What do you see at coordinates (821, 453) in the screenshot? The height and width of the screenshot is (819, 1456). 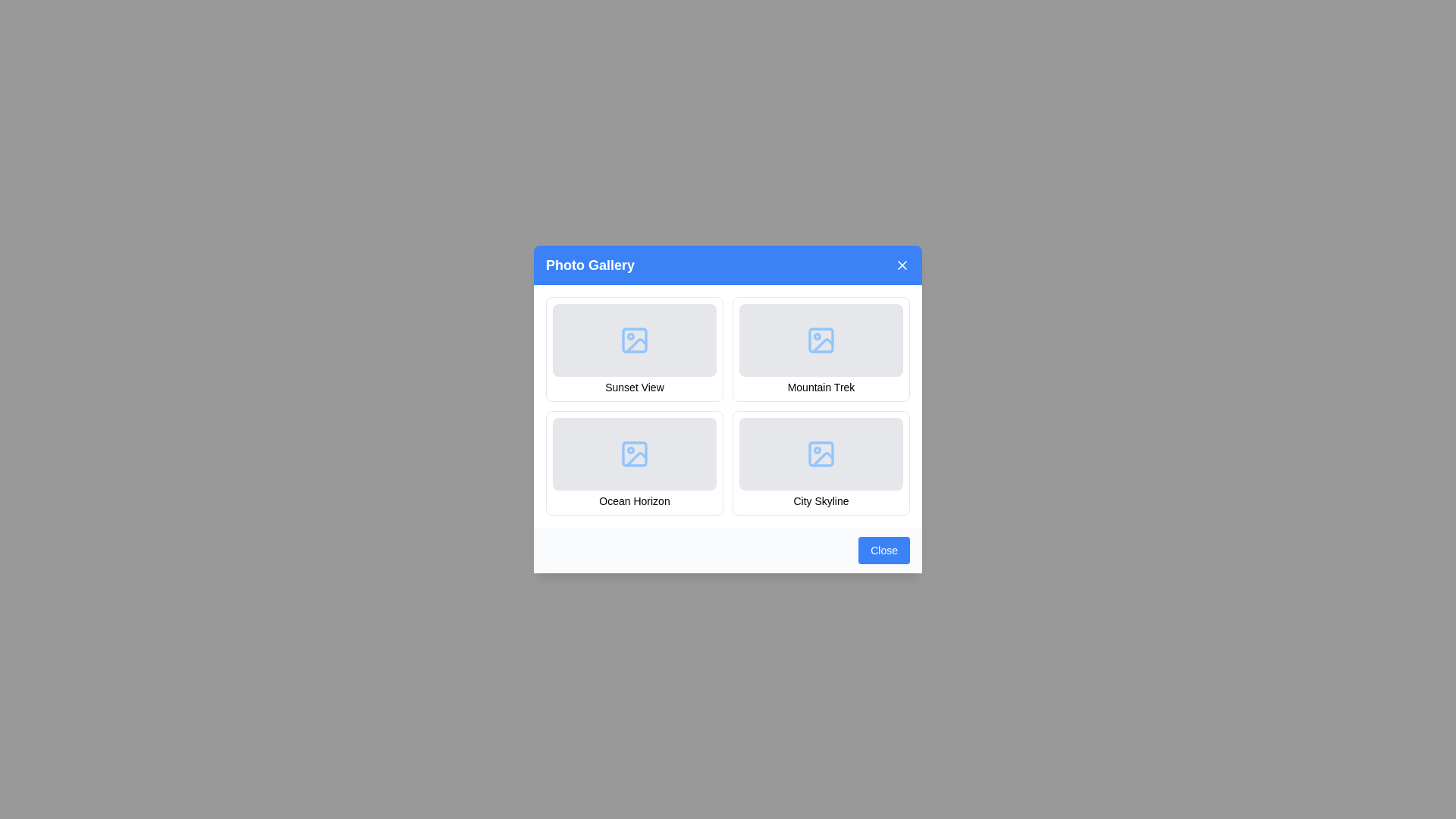 I see `the Image placeholder with a light gray background, rounded corners, and a centered blue icon resembling an image frame, located in the bottom-right cell of the grid in the 'Photo Gallery' dialog box` at bounding box center [821, 453].